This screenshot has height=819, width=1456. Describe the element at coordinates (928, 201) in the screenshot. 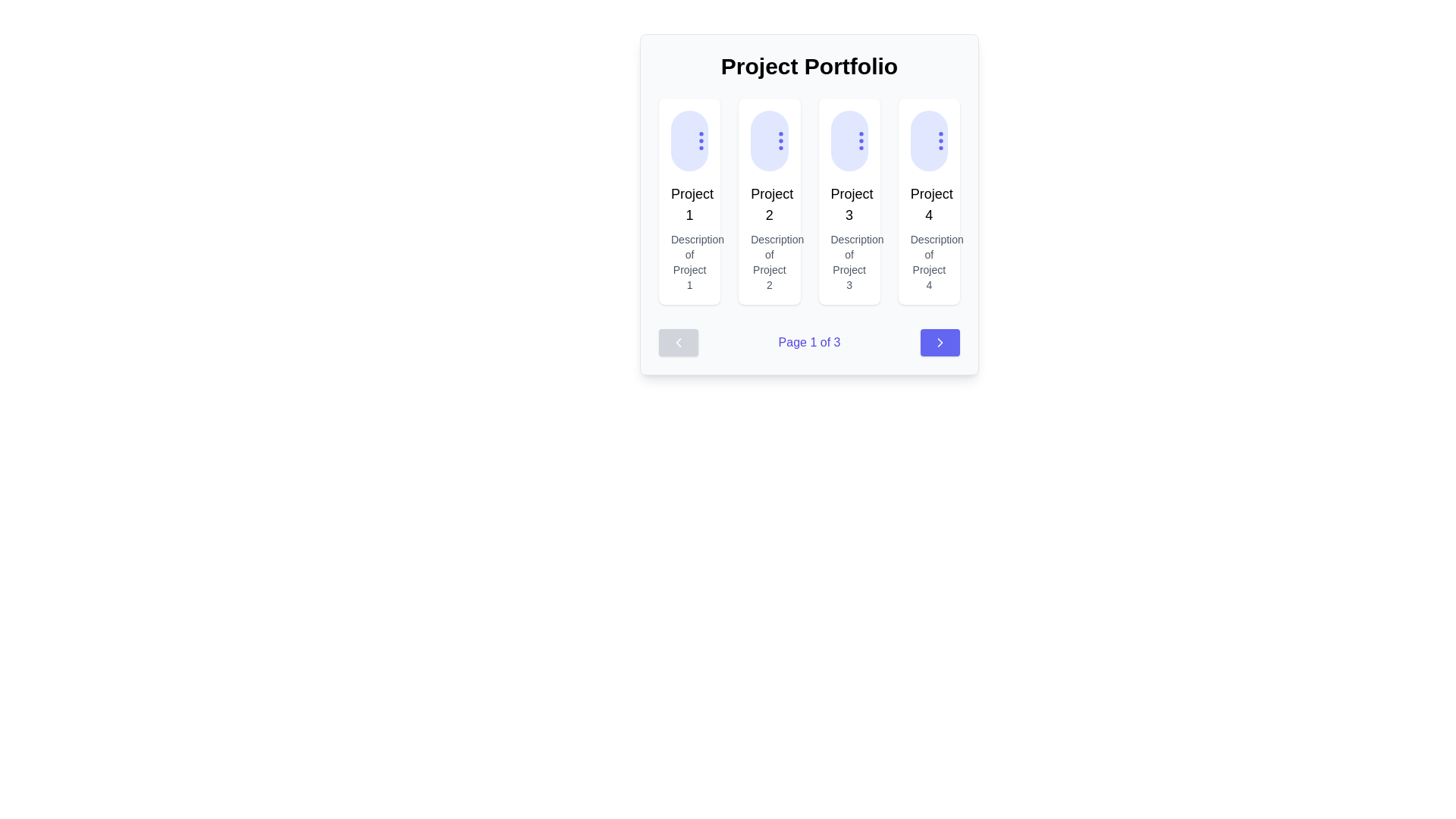

I see `the Card component labeled 'Project 4' in the project portfolio grid` at that location.